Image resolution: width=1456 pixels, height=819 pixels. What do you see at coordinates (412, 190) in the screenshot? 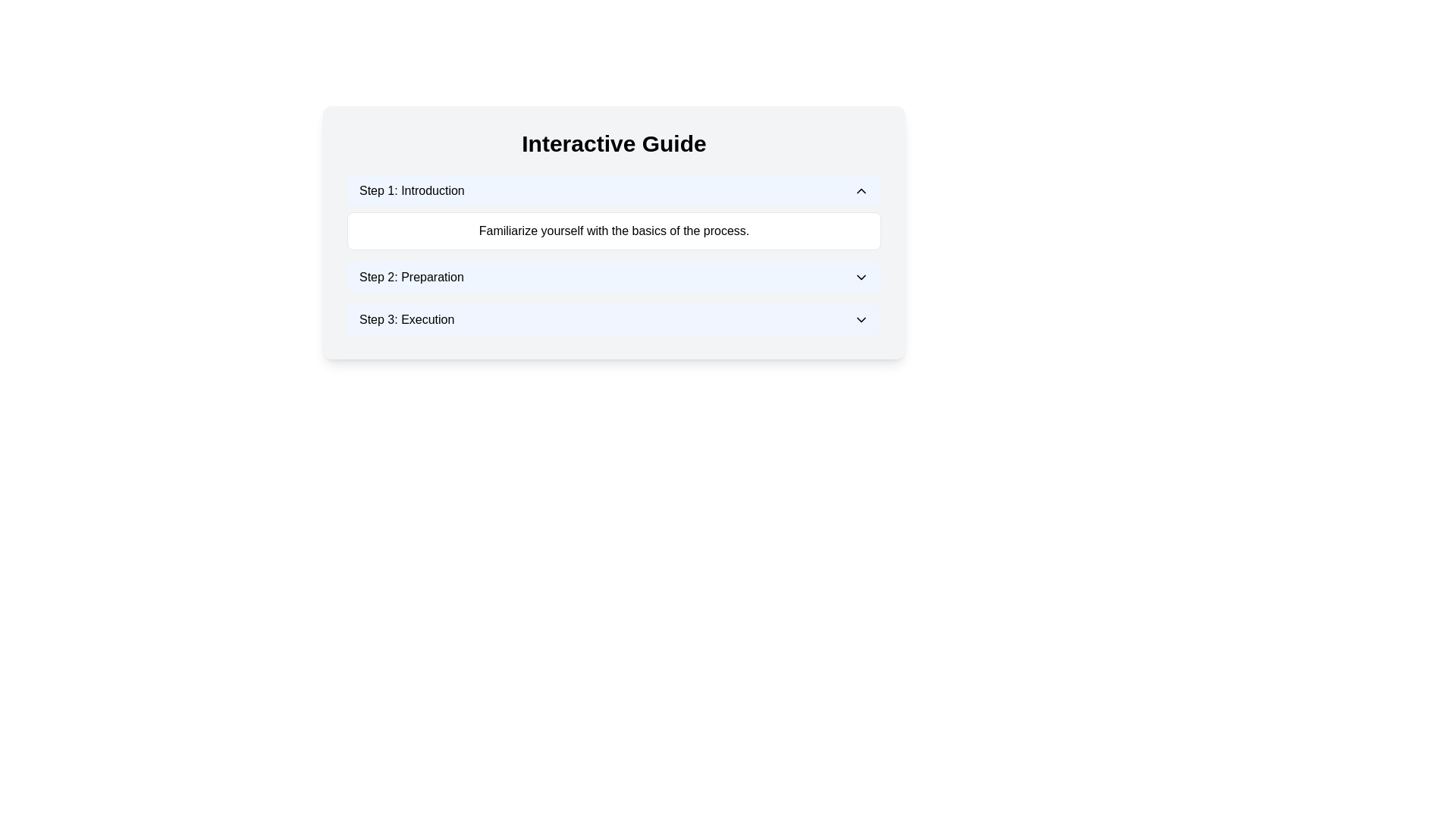
I see `the text label or heading for the first step in the guide, which is positioned at the top of the vertical step list below the title 'Interactive Guide'` at bounding box center [412, 190].